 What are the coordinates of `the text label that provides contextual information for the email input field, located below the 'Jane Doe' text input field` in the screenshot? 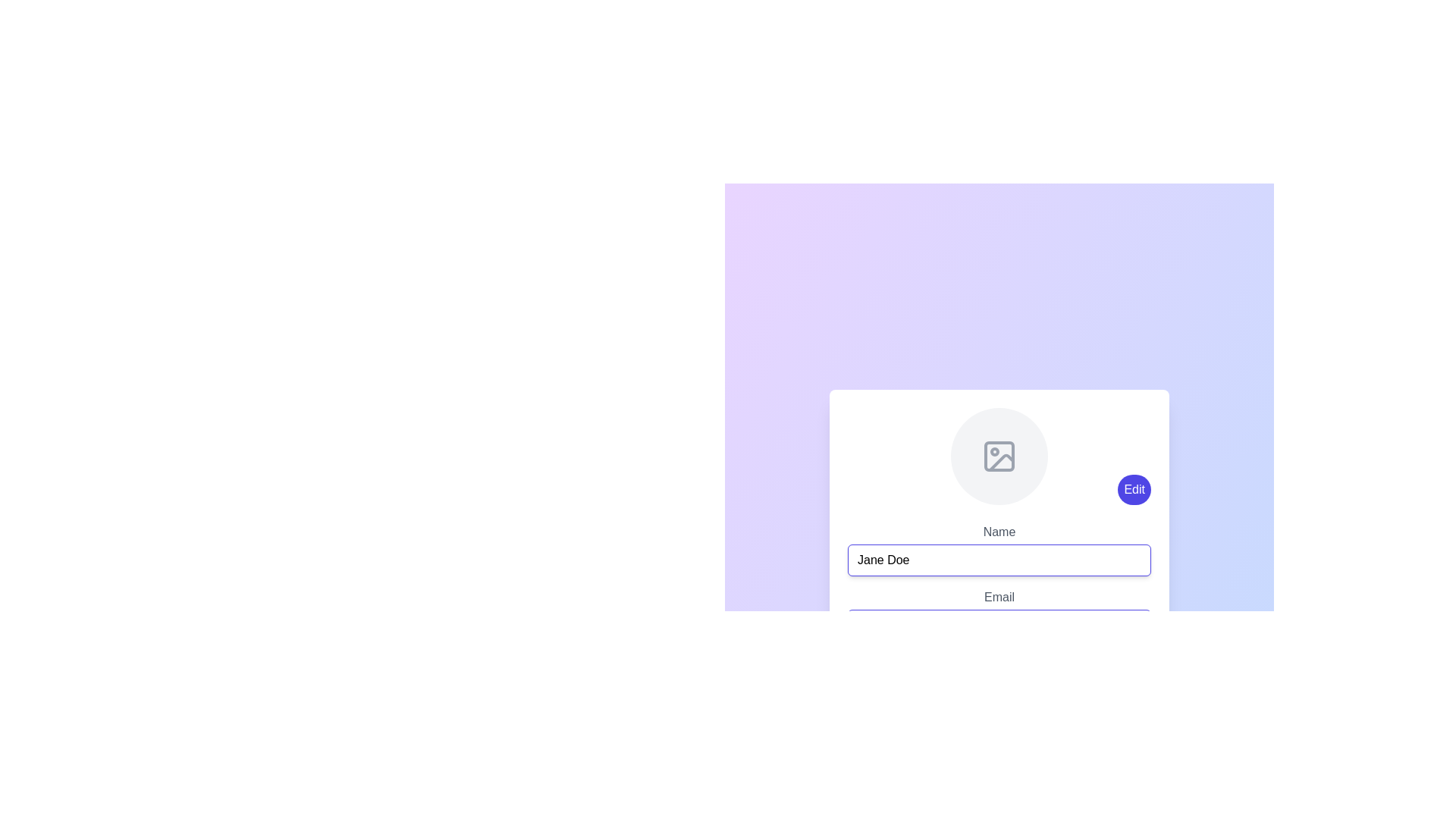 It's located at (999, 595).